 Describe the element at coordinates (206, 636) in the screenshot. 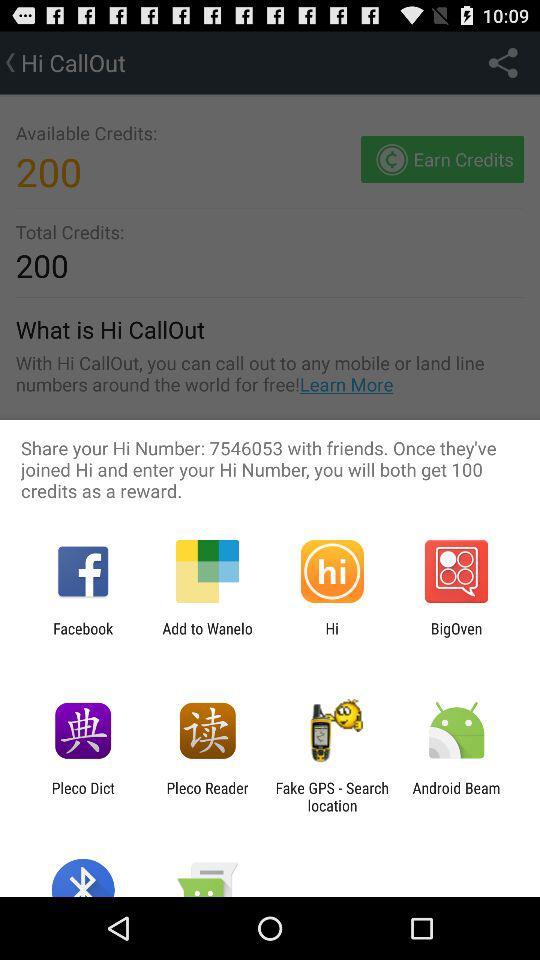

I see `the app next to facebook item` at that location.